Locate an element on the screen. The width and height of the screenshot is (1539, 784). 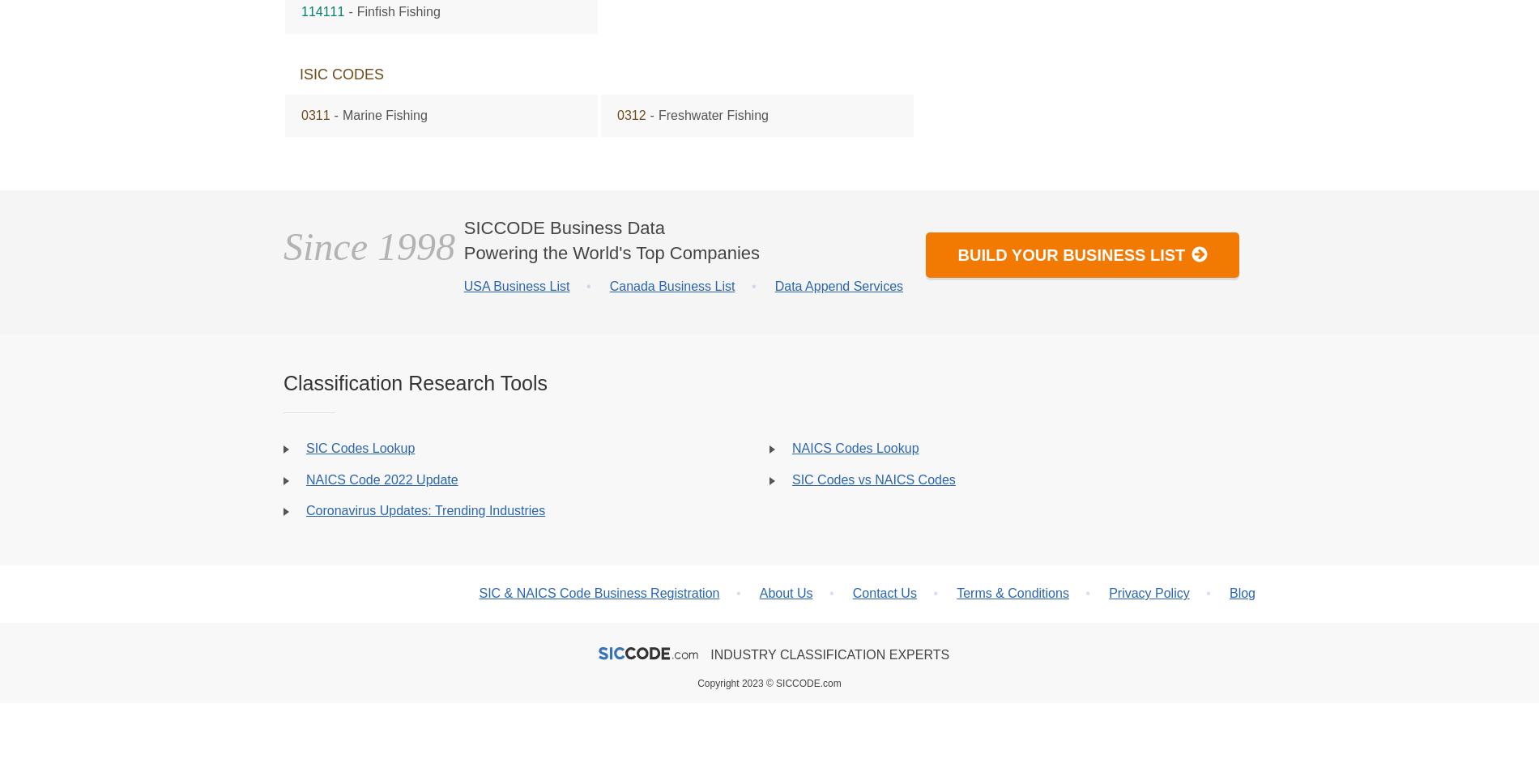
'Canada Business List' is located at coordinates (671, 285).